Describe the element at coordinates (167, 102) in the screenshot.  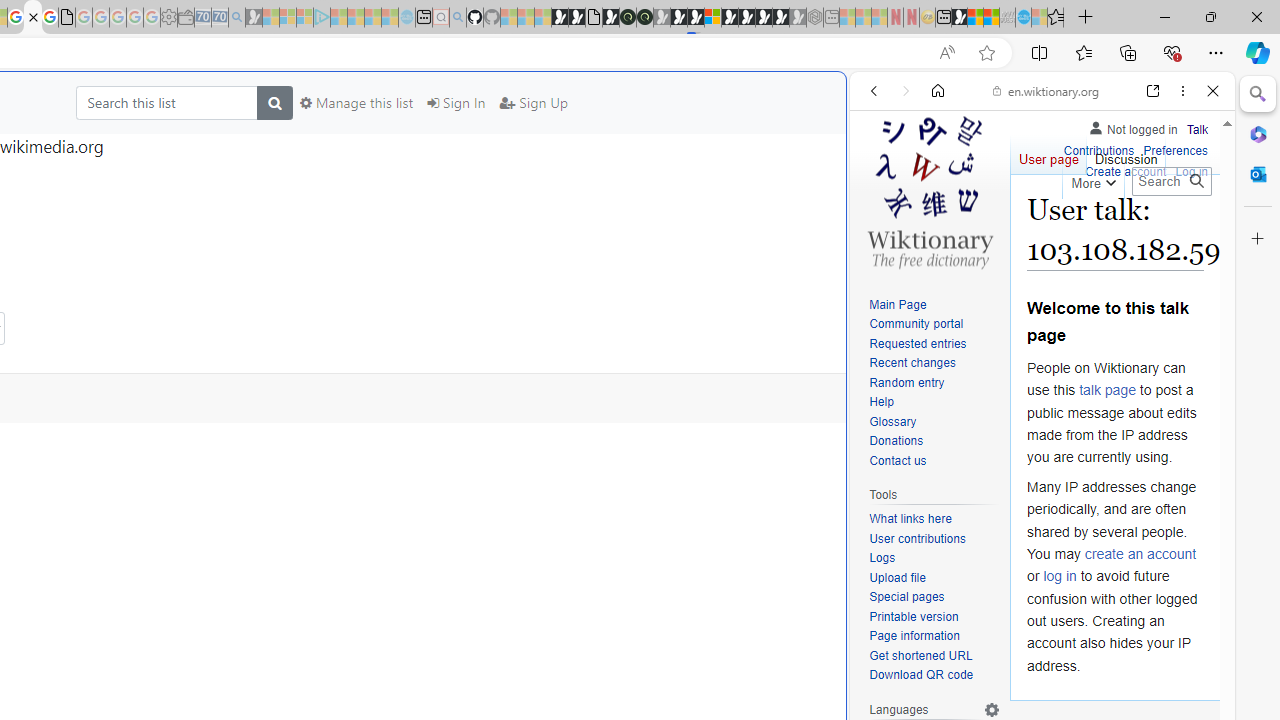
I see `'Search this list'` at that location.